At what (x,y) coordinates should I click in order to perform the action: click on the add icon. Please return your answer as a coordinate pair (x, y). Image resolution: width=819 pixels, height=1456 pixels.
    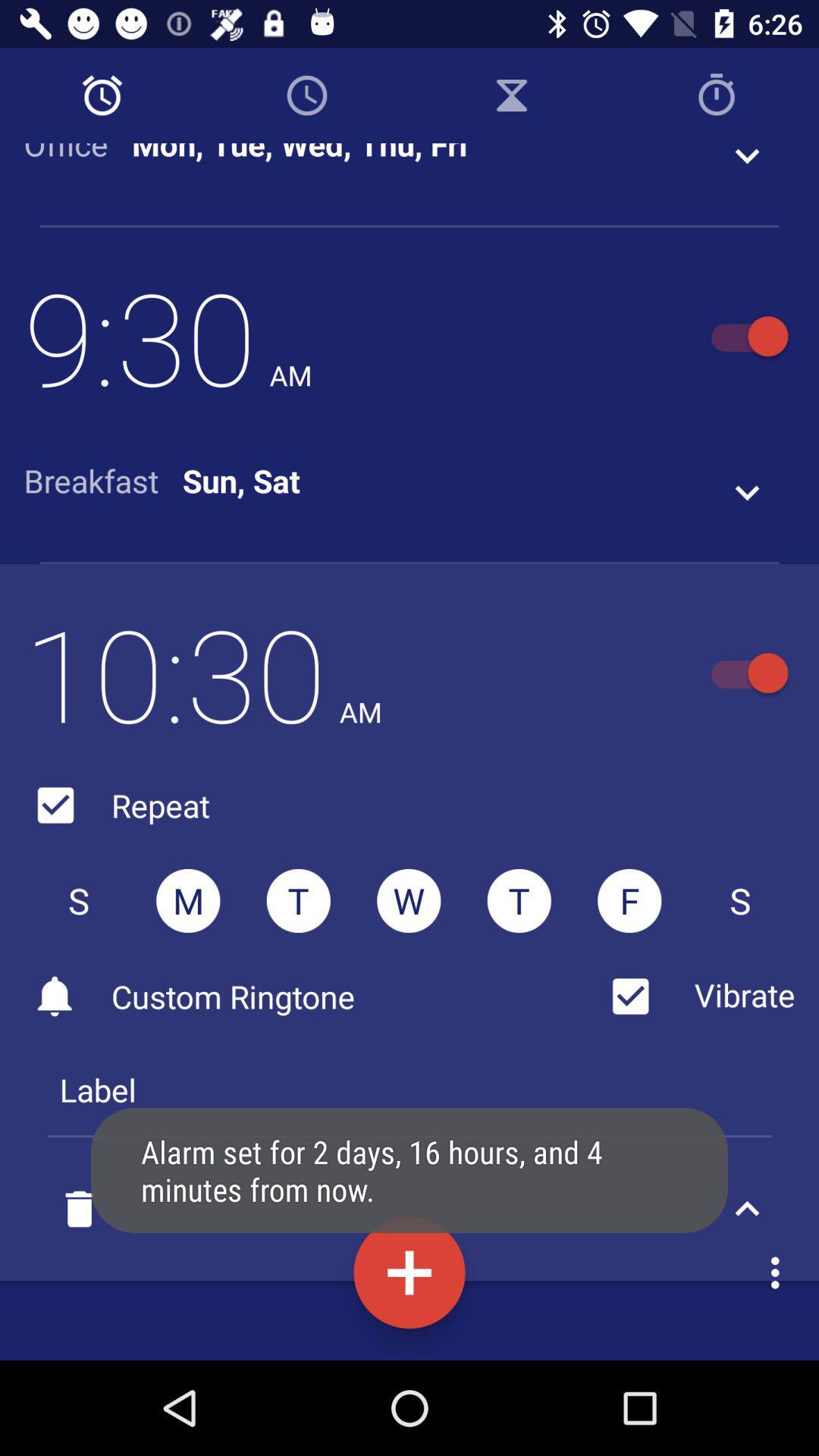
    Looking at the image, I should click on (409, 1272).